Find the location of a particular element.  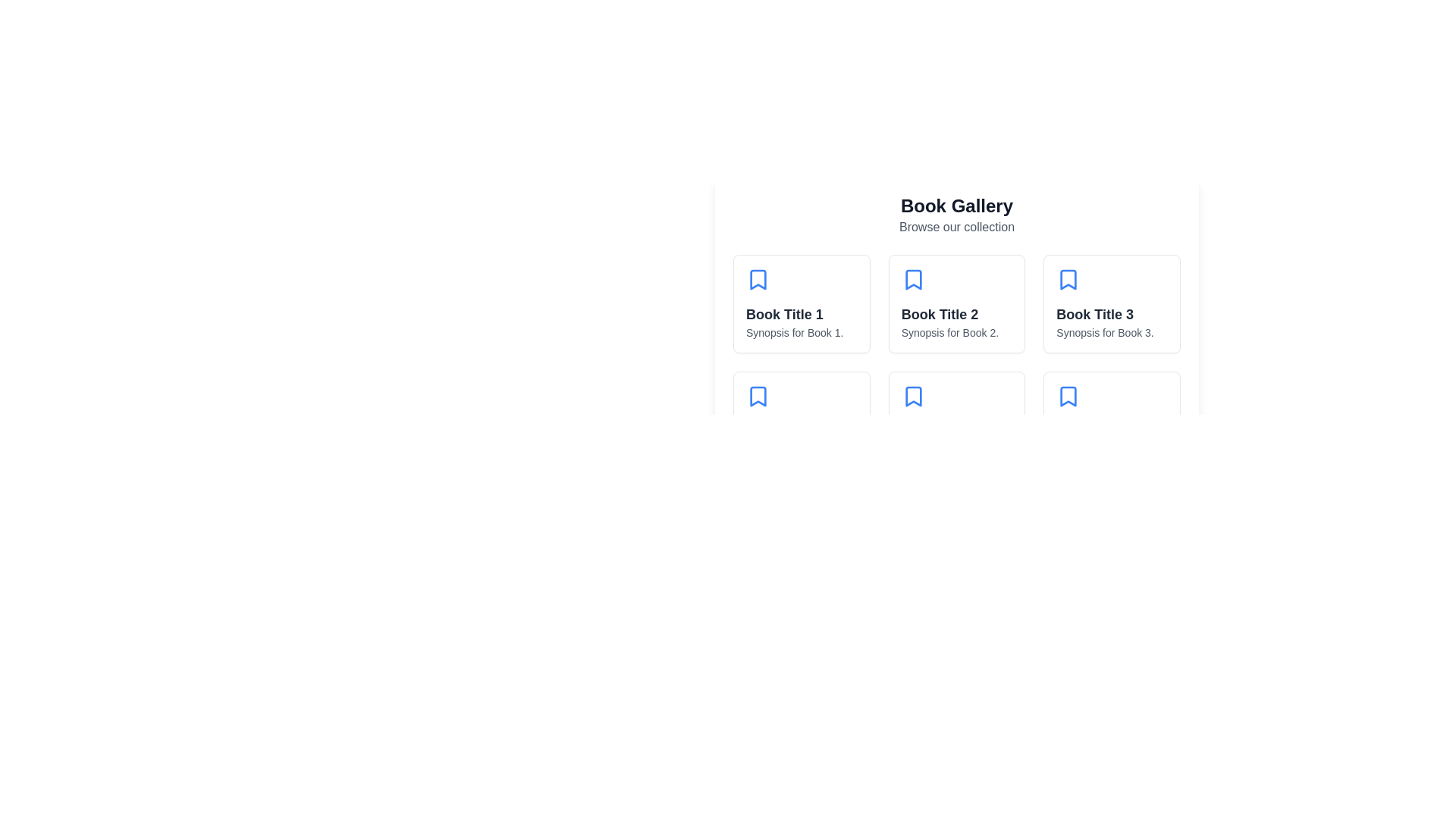

the text label 'Book Title 3', which is styled in bold and dark gray color, located at the top-right section of the third card in a grid layout is located at coordinates (1095, 314).